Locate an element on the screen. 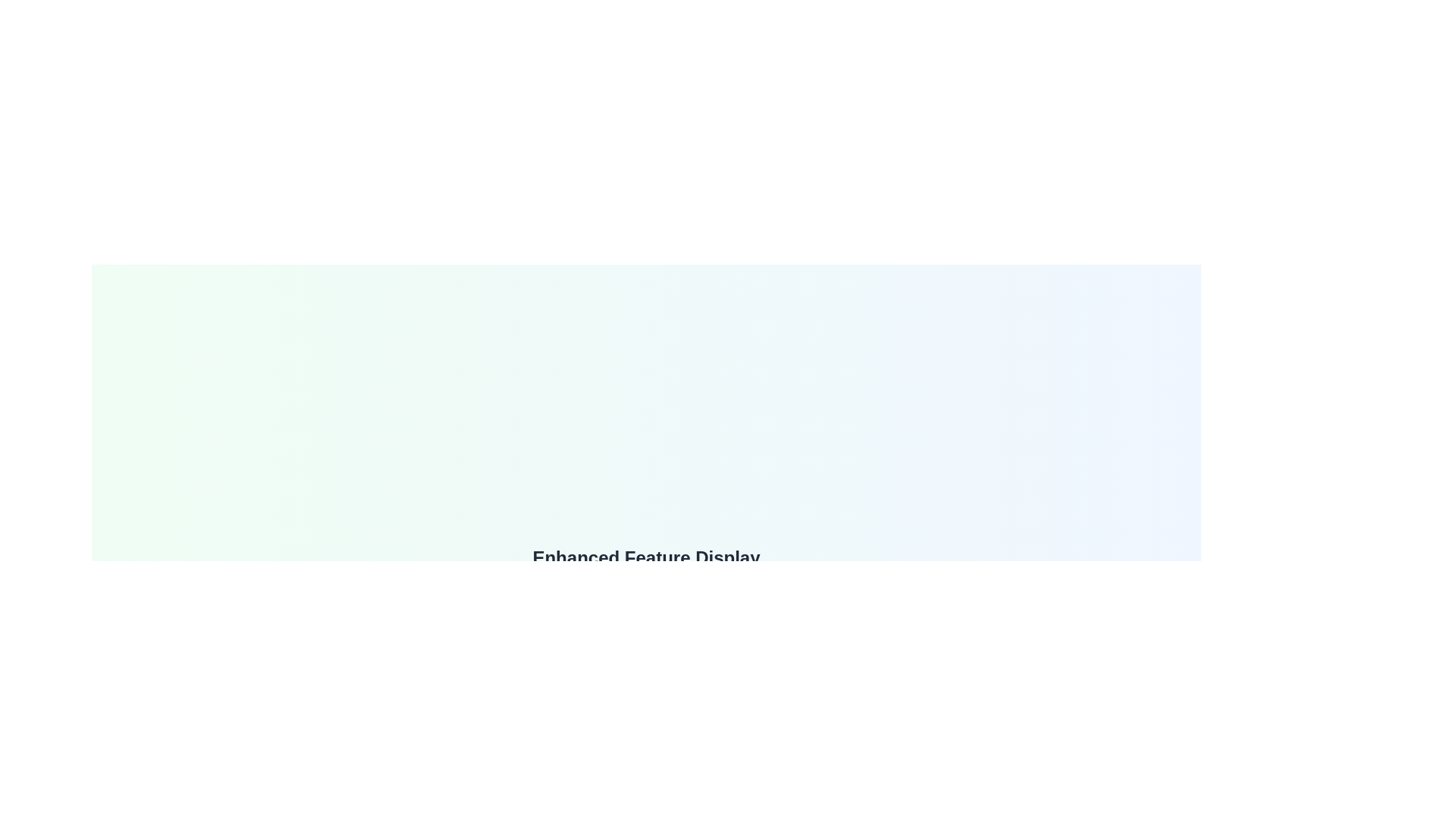 The width and height of the screenshot is (1456, 819). displayed text of the heading label that serves as the title for the section above the list of features is located at coordinates (646, 558).